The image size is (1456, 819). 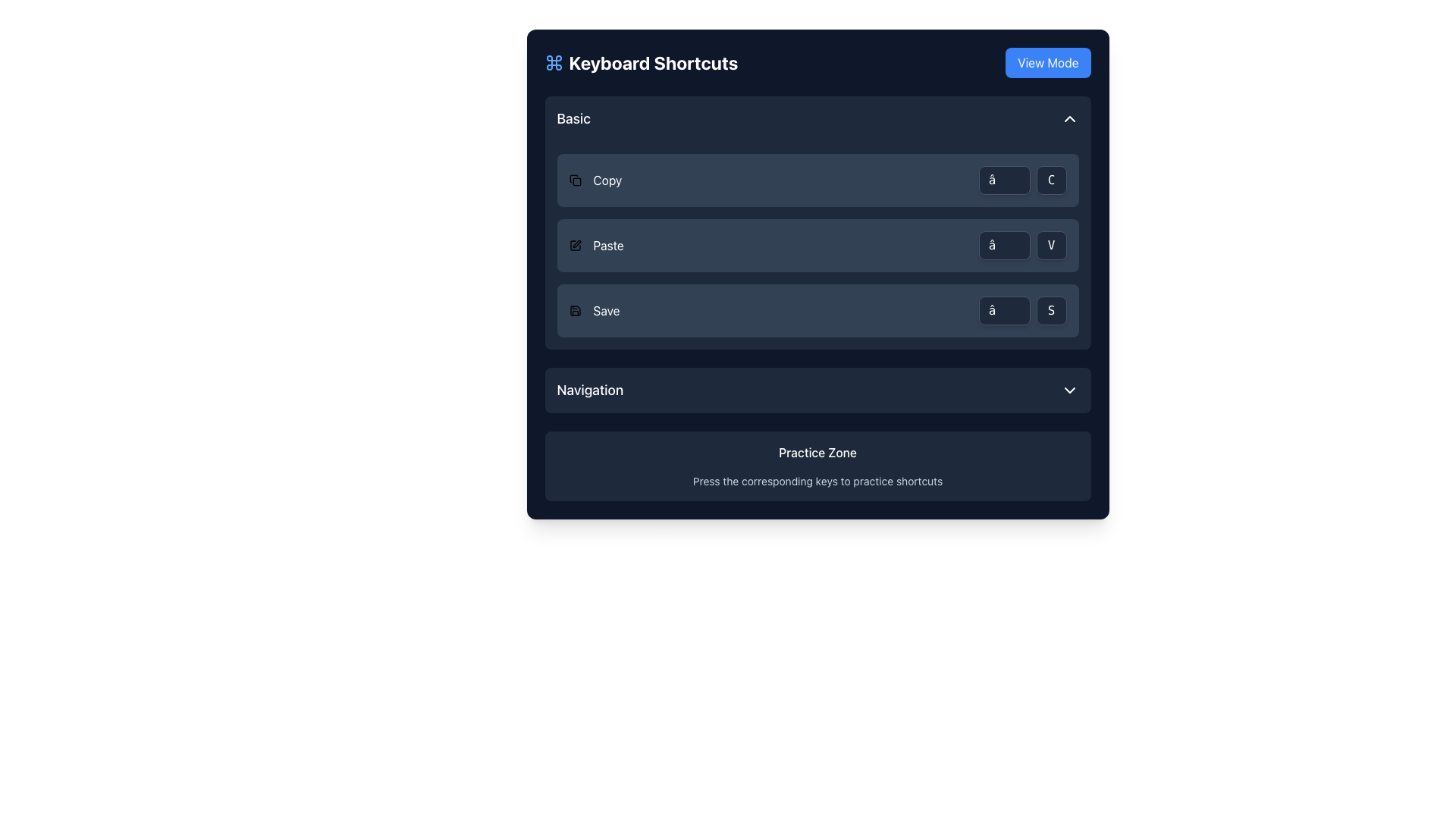 What do you see at coordinates (574, 245) in the screenshot?
I see `the 'Paste' action icon, which is located to the left of the label 'Paste' in the keyboard shortcuts list` at bounding box center [574, 245].